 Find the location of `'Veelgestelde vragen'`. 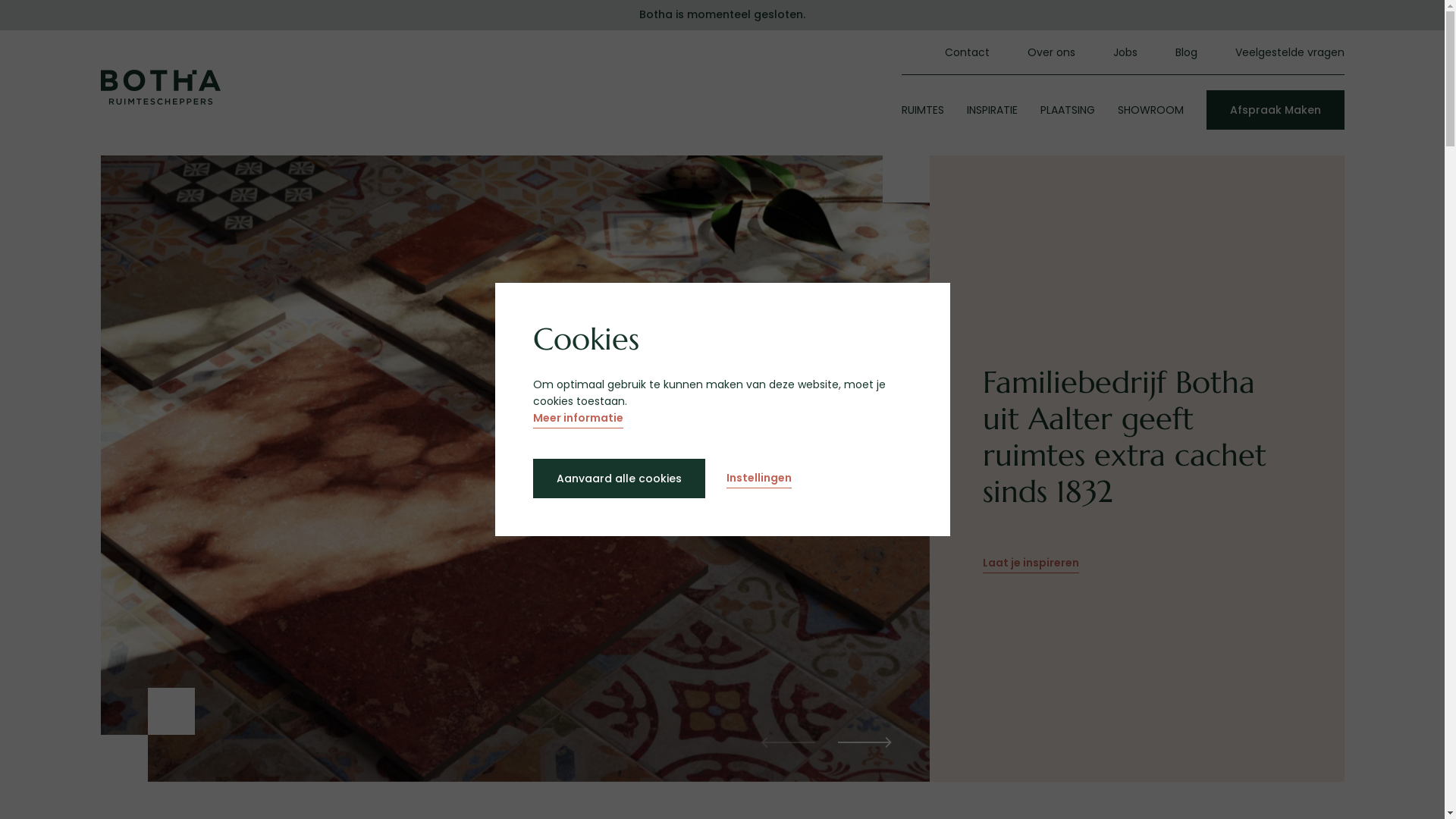

'Veelgestelde vragen' is located at coordinates (1288, 52).